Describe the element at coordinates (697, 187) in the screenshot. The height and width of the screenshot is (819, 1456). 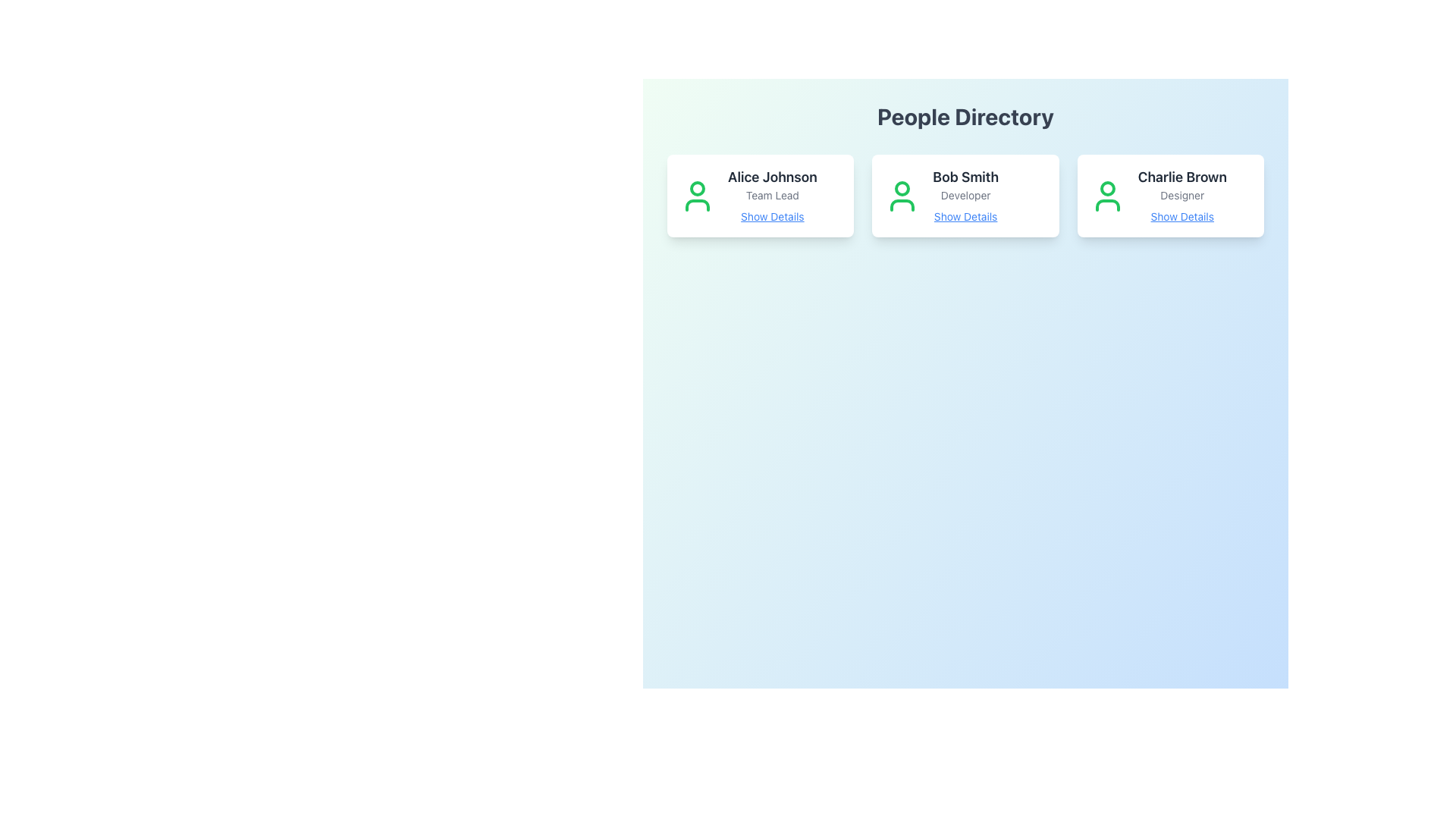
I see `the small circle representing the head component of Alice Johnson's user profile icon, located at the top of the leftmost profile card in the People Directory section` at that location.